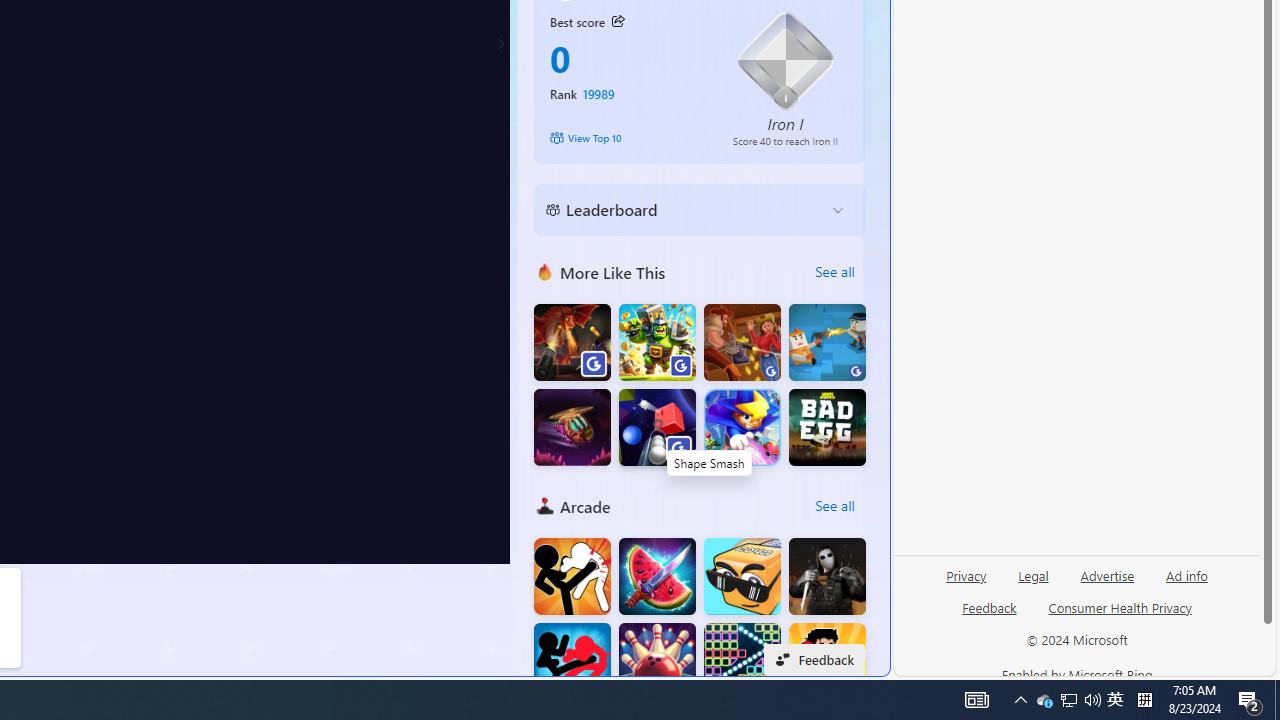 The width and height of the screenshot is (1280, 720). I want to click on 'Castle Of Magic', so click(741, 426).